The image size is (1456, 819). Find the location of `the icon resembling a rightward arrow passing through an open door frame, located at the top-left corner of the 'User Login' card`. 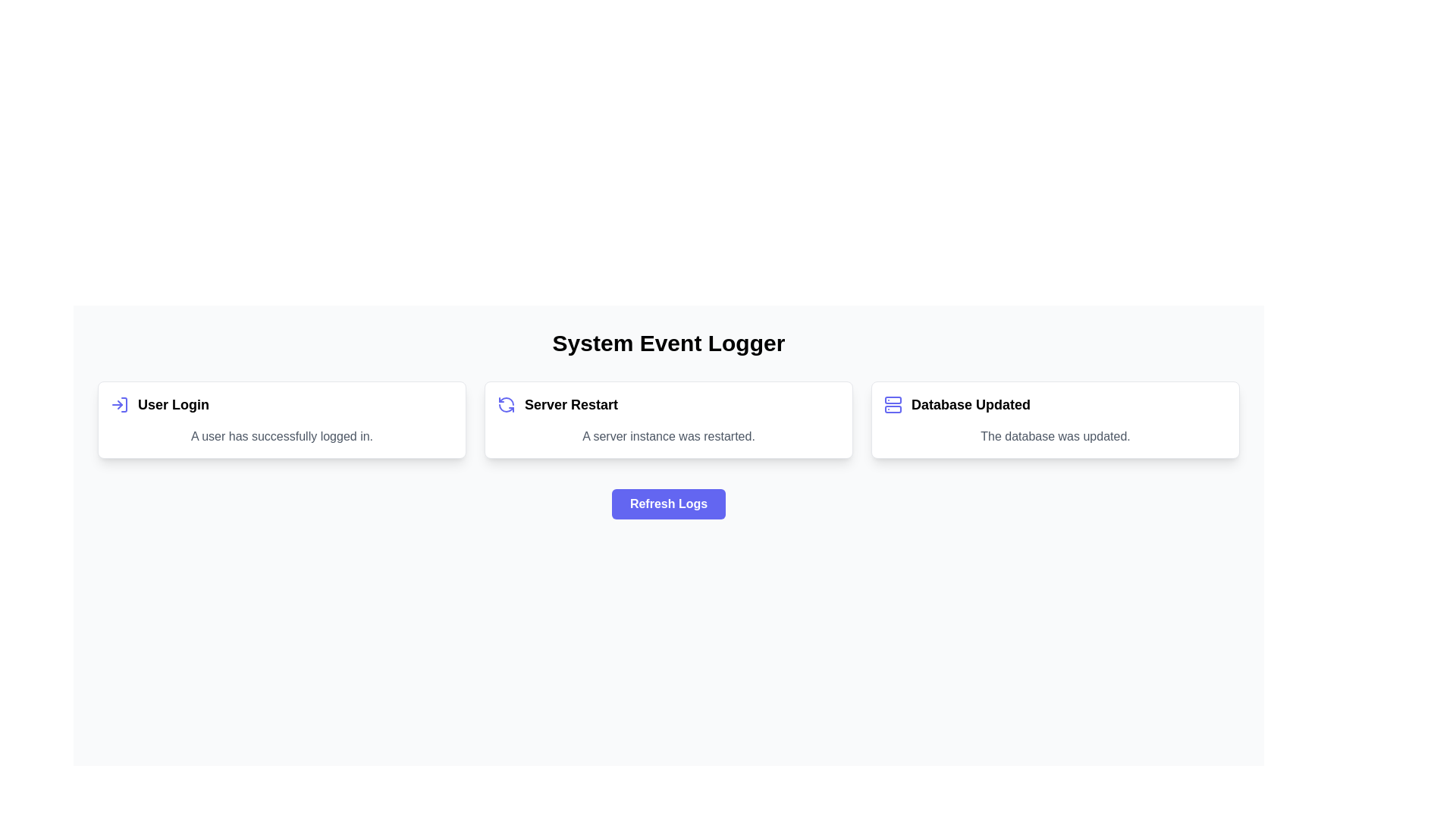

the icon resembling a rightward arrow passing through an open door frame, located at the top-left corner of the 'User Login' card is located at coordinates (119, 403).